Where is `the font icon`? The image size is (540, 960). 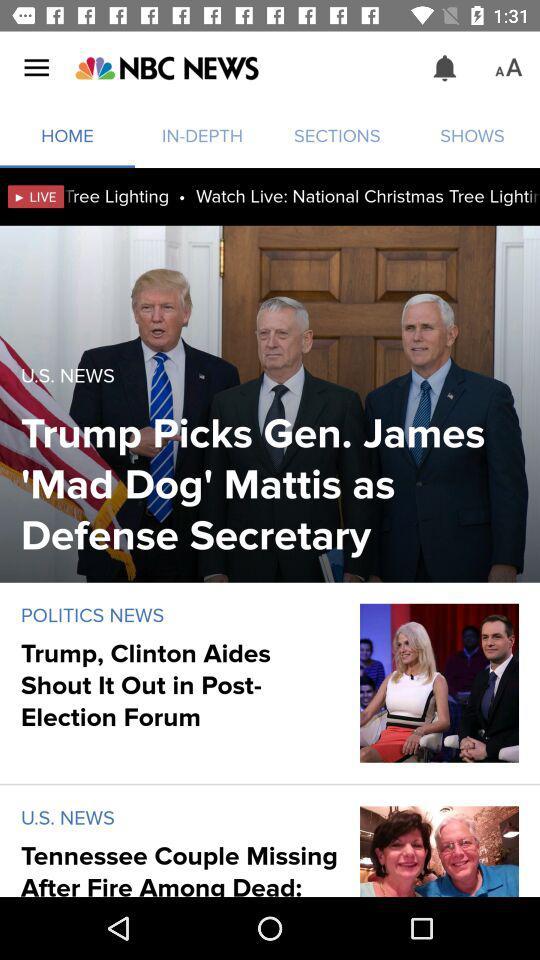
the font icon is located at coordinates (508, 68).